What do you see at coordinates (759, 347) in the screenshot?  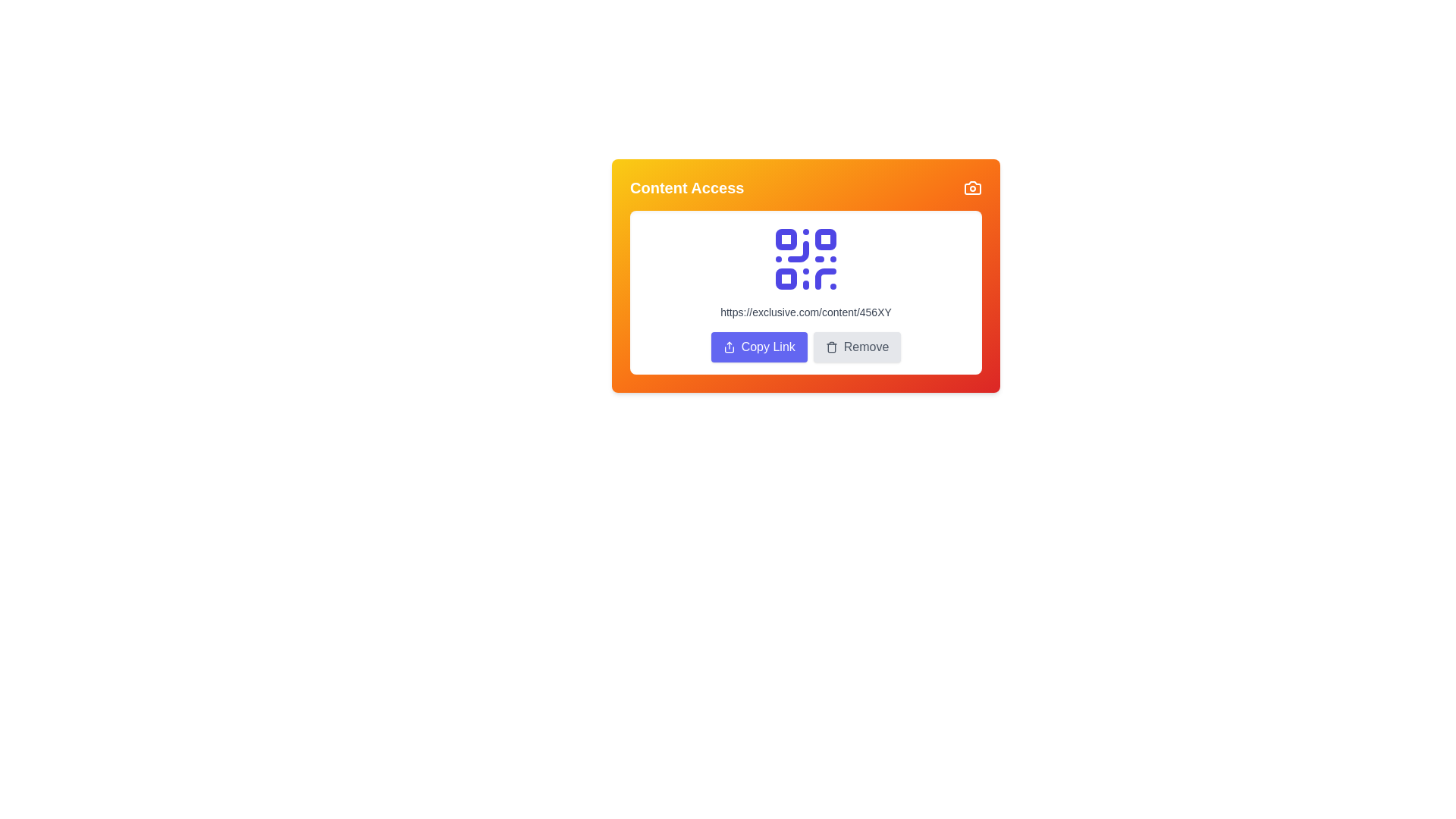 I see `the 'Copy Link' button, which has a bright blue background, rounded corners, and white text, located at the bottom of the 'Content Access' card` at bounding box center [759, 347].